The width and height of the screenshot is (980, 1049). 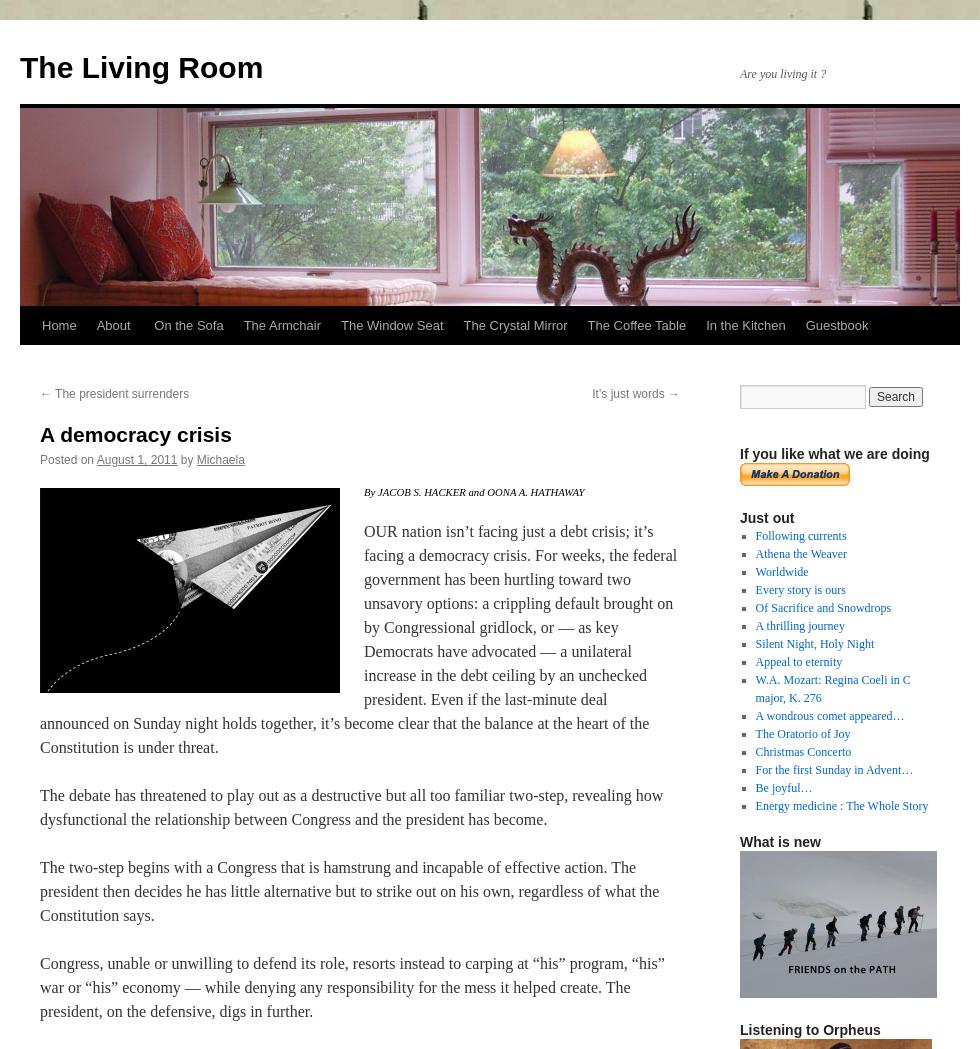 What do you see at coordinates (39, 433) in the screenshot?
I see `'A democracy crisis'` at bounding box center [39, 433].